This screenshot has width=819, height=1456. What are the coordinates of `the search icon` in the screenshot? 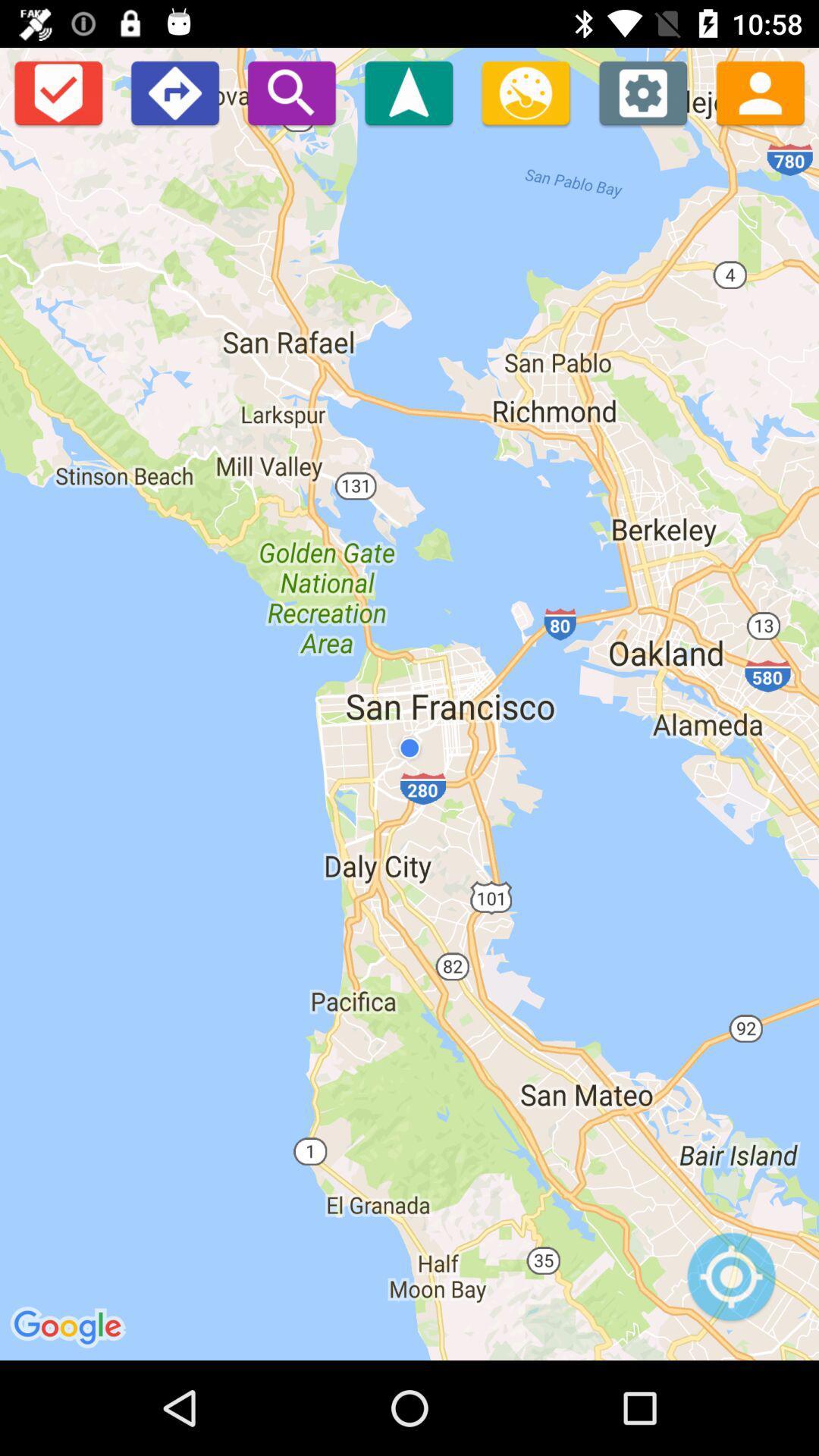 It's located at (291, 92).